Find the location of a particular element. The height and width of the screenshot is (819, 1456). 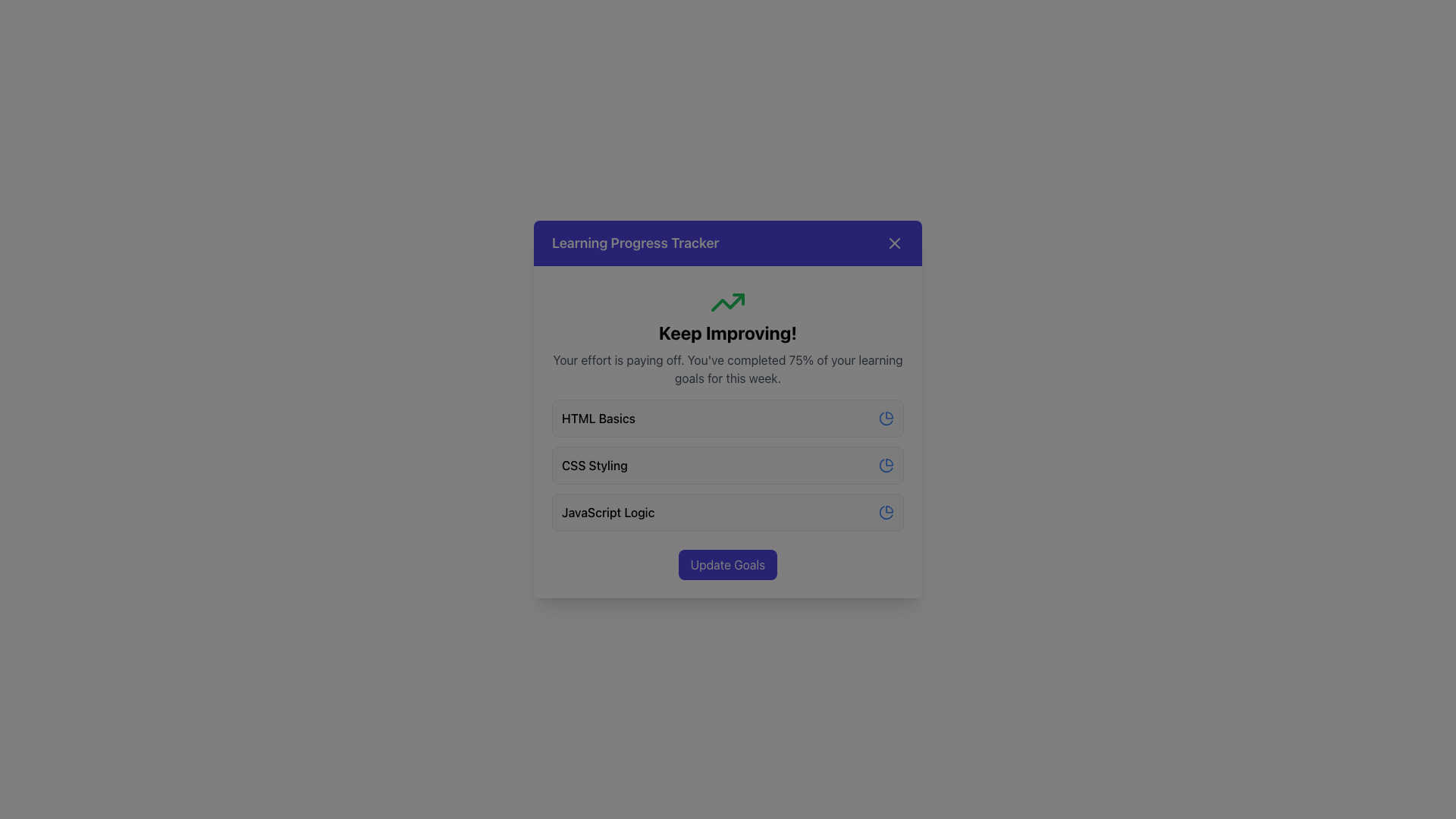

the close button located in the top-right corner of the header bar labeled 'Learning Progress Tracker' is located at coordinates (895, 242).